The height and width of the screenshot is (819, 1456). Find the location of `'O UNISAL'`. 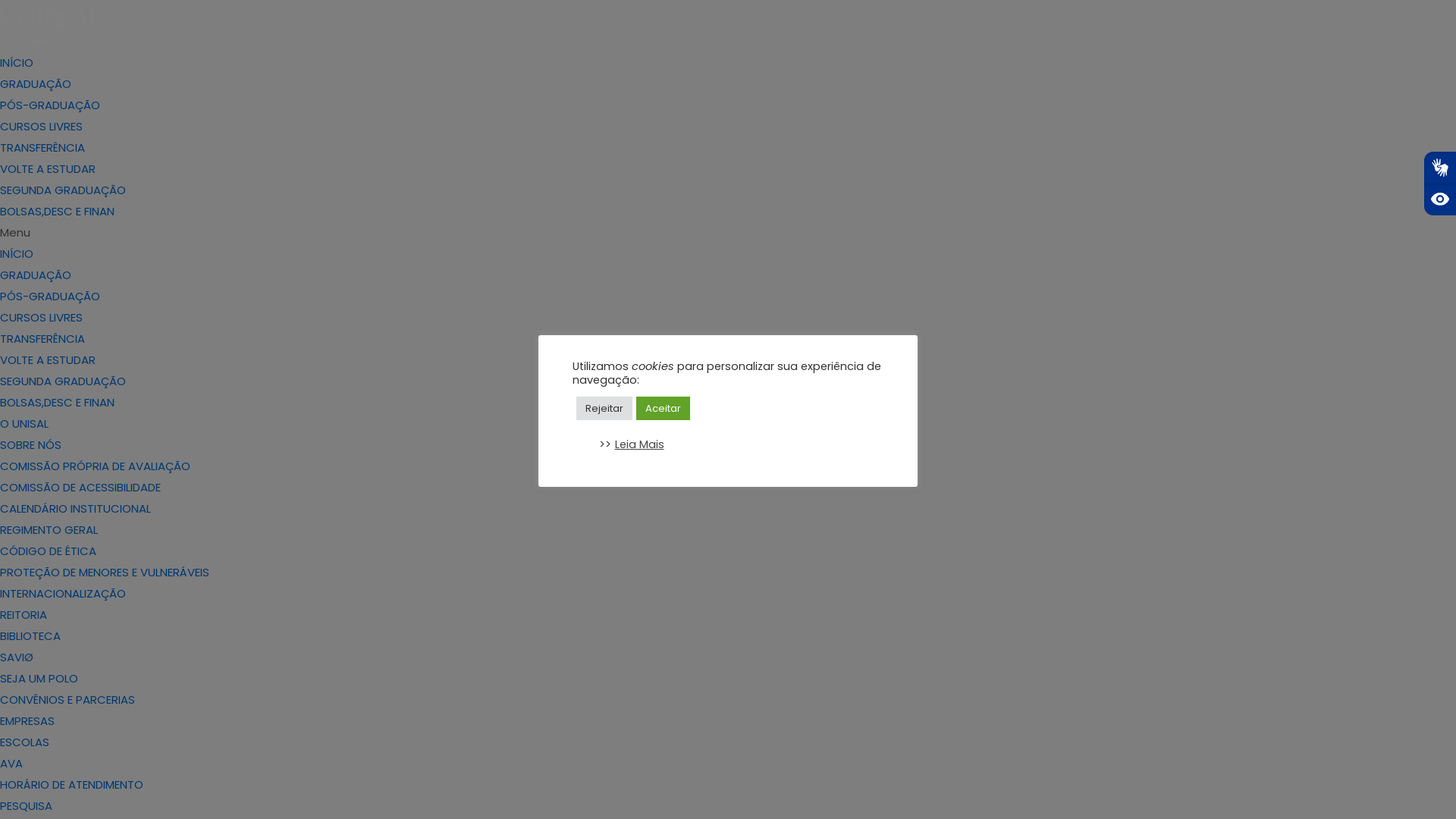

'O UNISAL' is located at coordinates (0, 423).